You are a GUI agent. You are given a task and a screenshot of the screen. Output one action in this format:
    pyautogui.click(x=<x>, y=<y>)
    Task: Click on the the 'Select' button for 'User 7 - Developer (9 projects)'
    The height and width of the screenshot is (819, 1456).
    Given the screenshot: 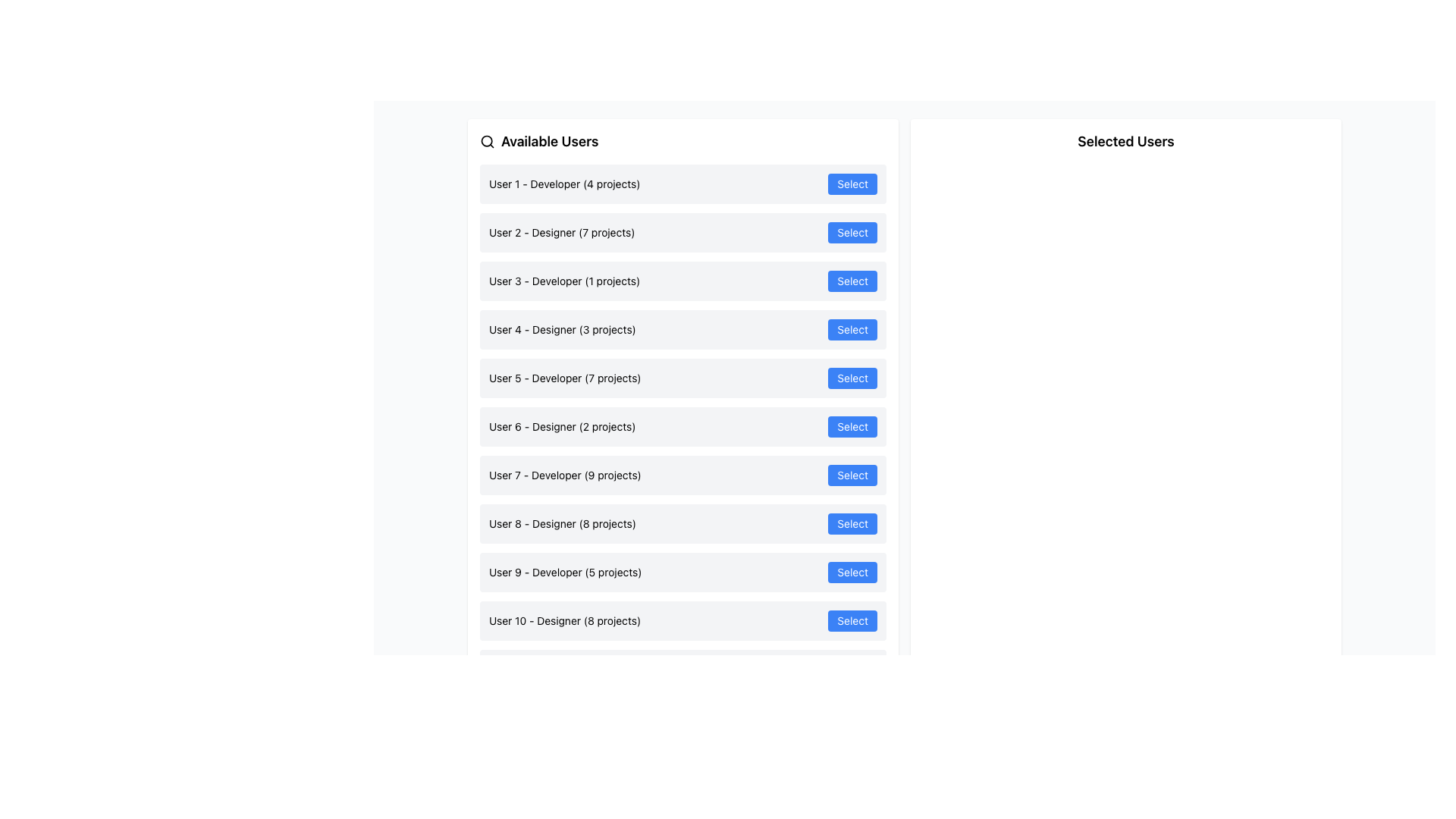 What is the action you would take?
    pyautogui.click(x=852, y=475)
    